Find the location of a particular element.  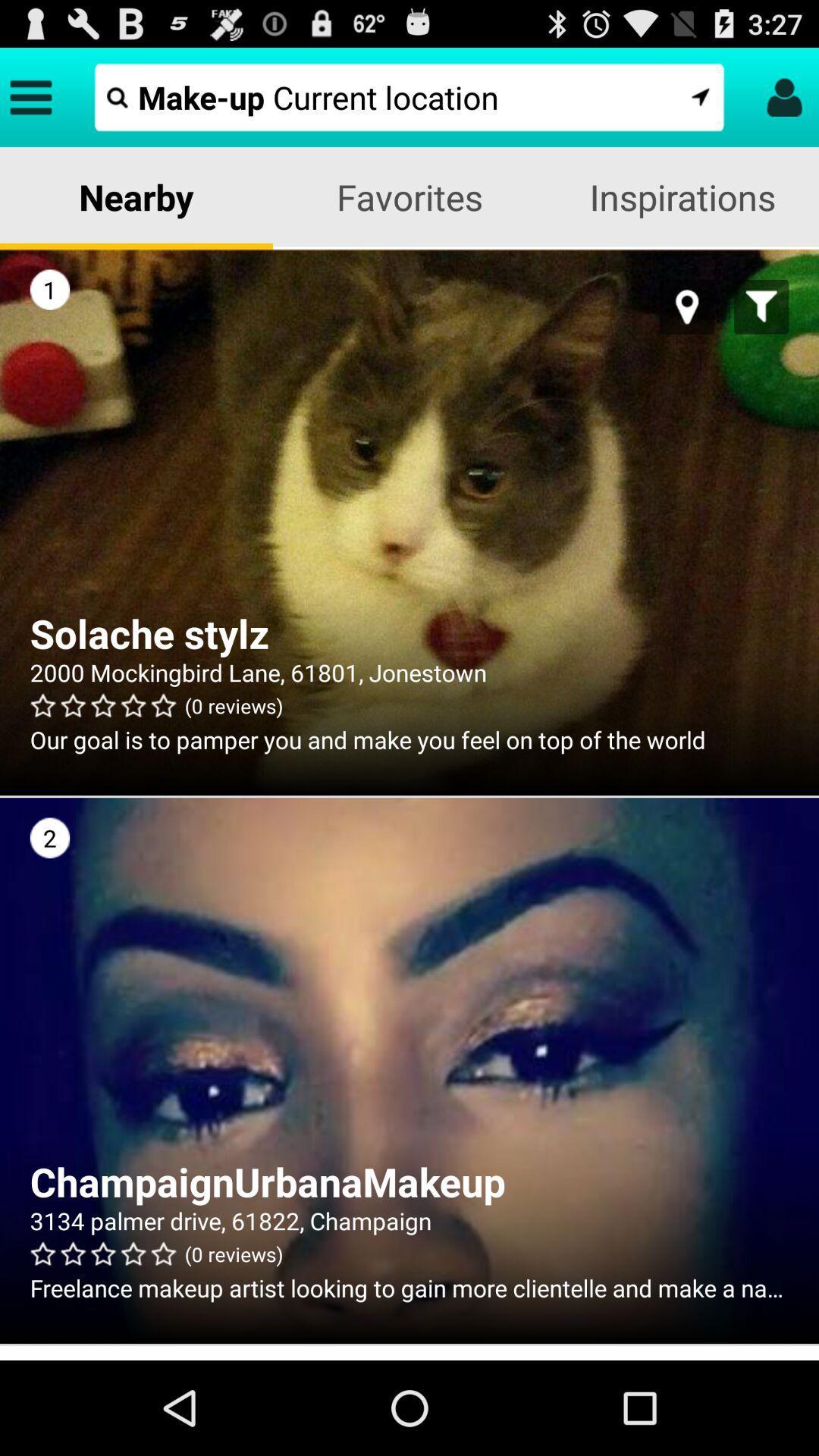

our goal is is located at coordinates (409, 739).